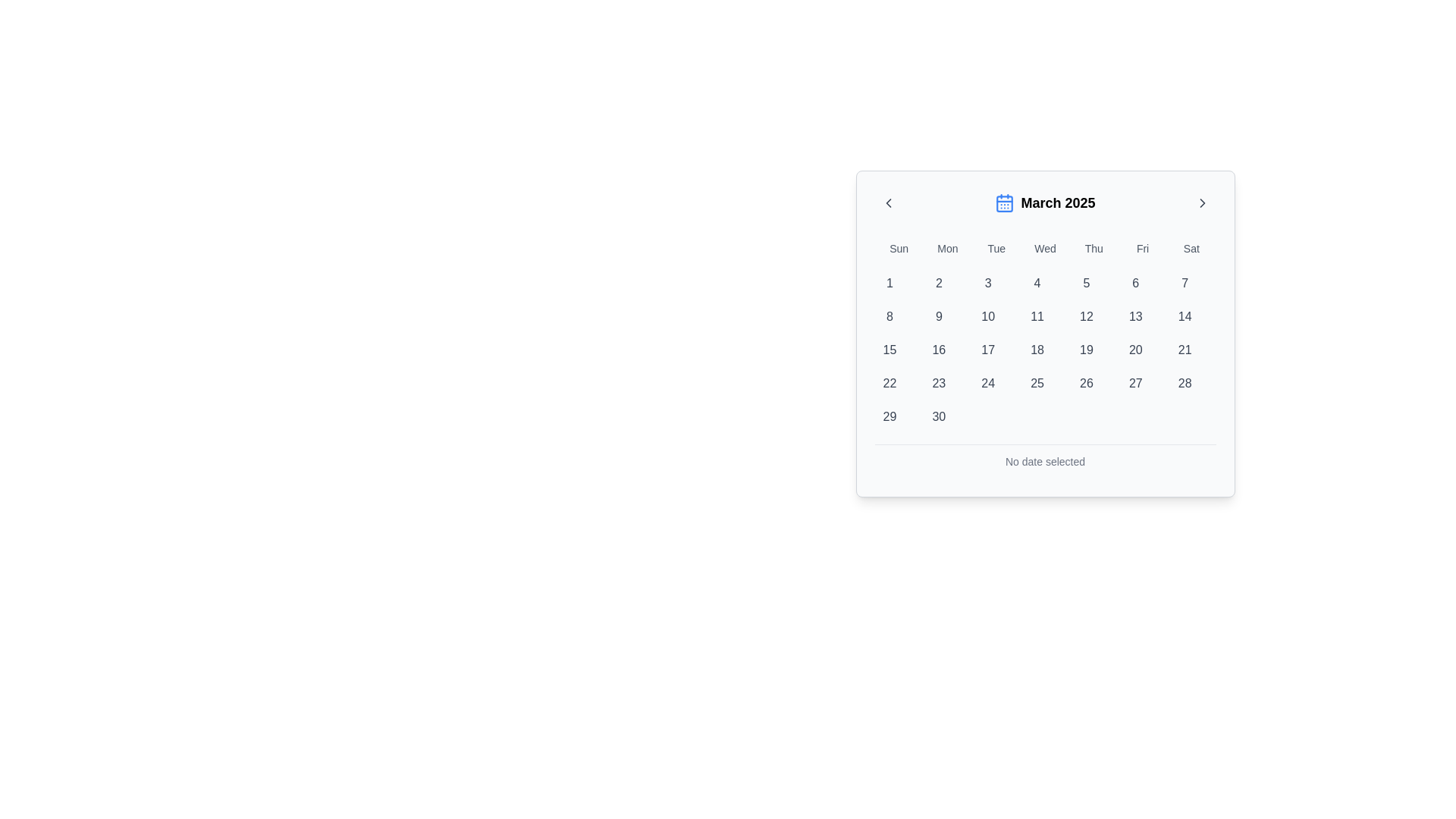 This screenshot has width=1456, height=819. Describe the element at coordinates (946, 247) in the screenshot. I see `the Text Label displaying 'Mon', which is styled with a medium font size and gray color, located in the weekday headers row of the calendar, positioned between 'Sun' and 'Tue'` at that location.